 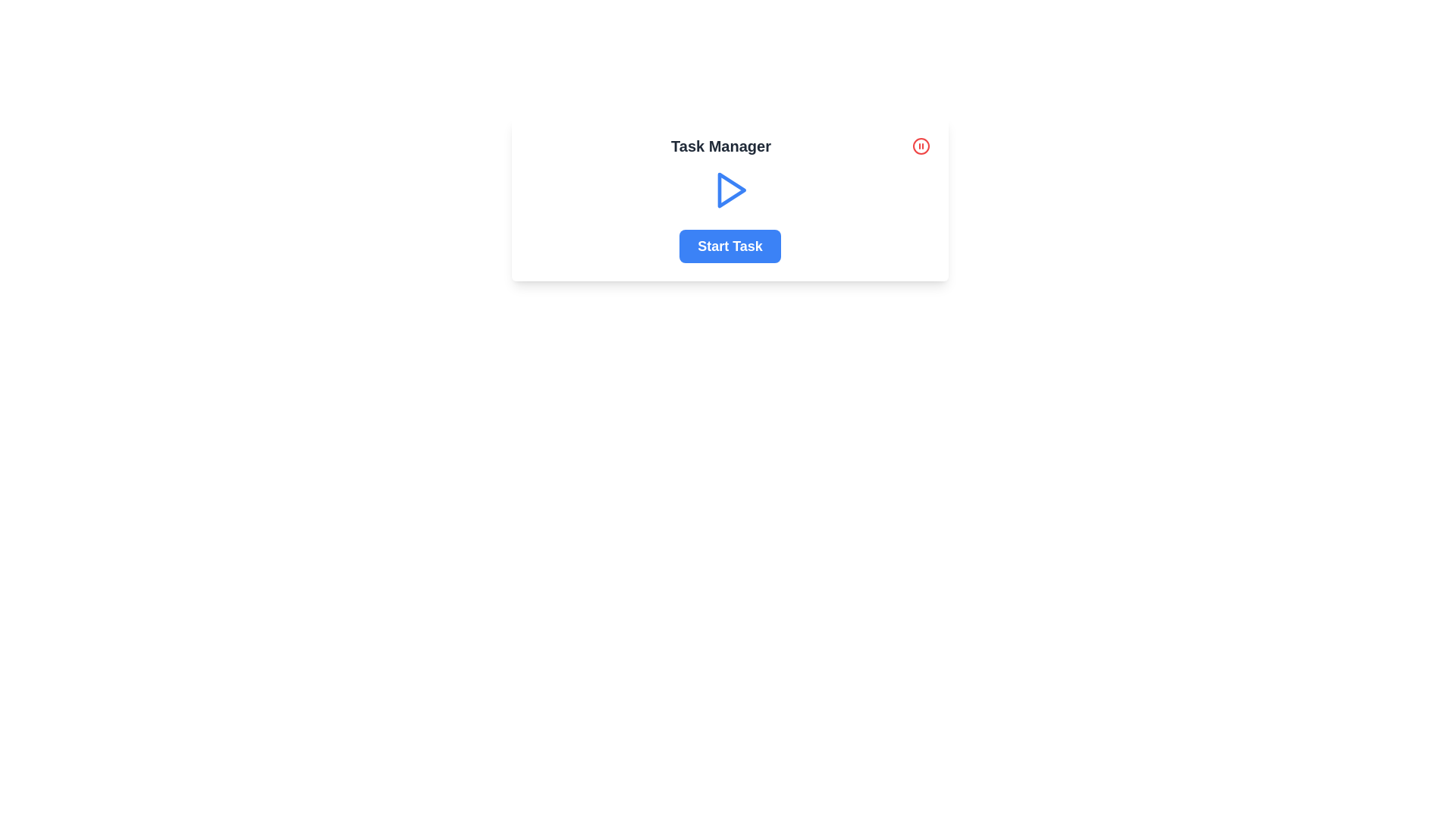 What do you see at coordinates (732, 189) in the screenshot?
I see `the triangular play button icon, which is outlined in blue and located under the 'Task Manager' title` at bounding box center [732, 189].